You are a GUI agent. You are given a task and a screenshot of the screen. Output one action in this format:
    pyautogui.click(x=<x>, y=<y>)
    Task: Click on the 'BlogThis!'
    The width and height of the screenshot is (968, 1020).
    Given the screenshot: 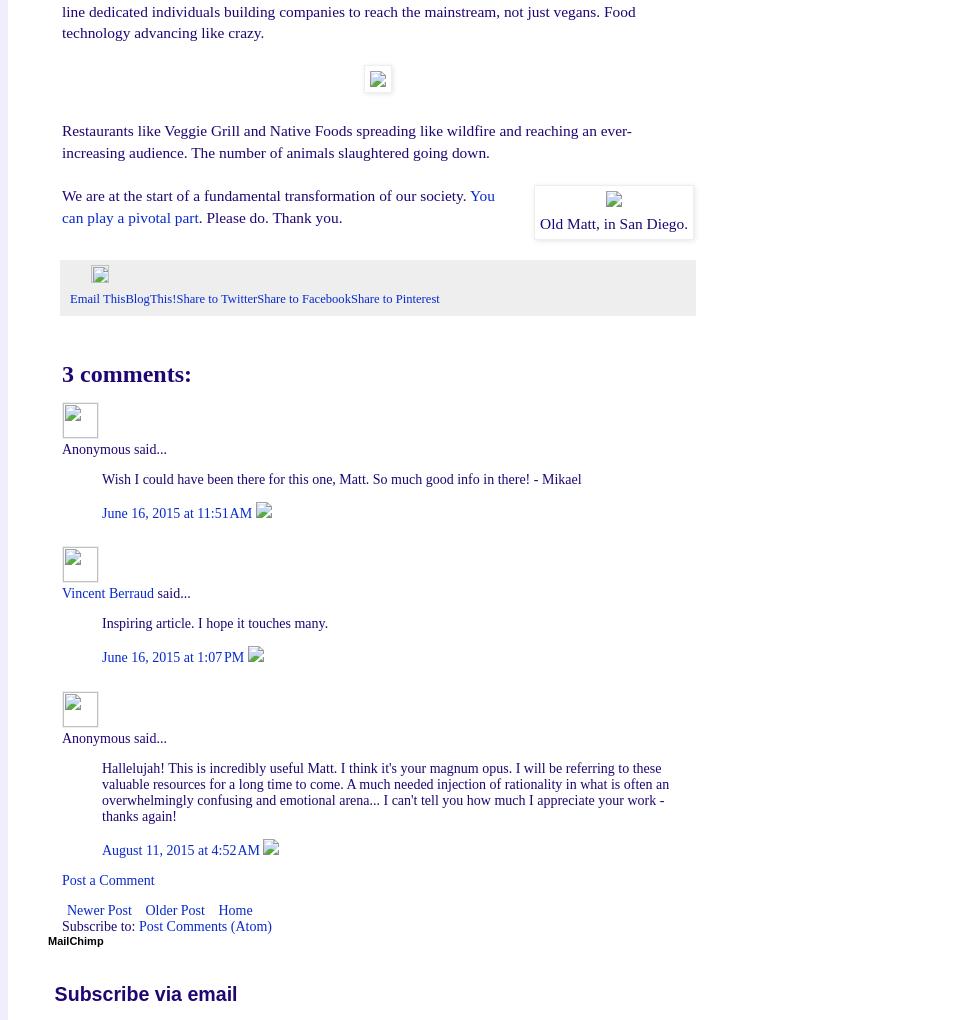 What is the action you would take?
    pyautogui.click(x=149, y=298)
    